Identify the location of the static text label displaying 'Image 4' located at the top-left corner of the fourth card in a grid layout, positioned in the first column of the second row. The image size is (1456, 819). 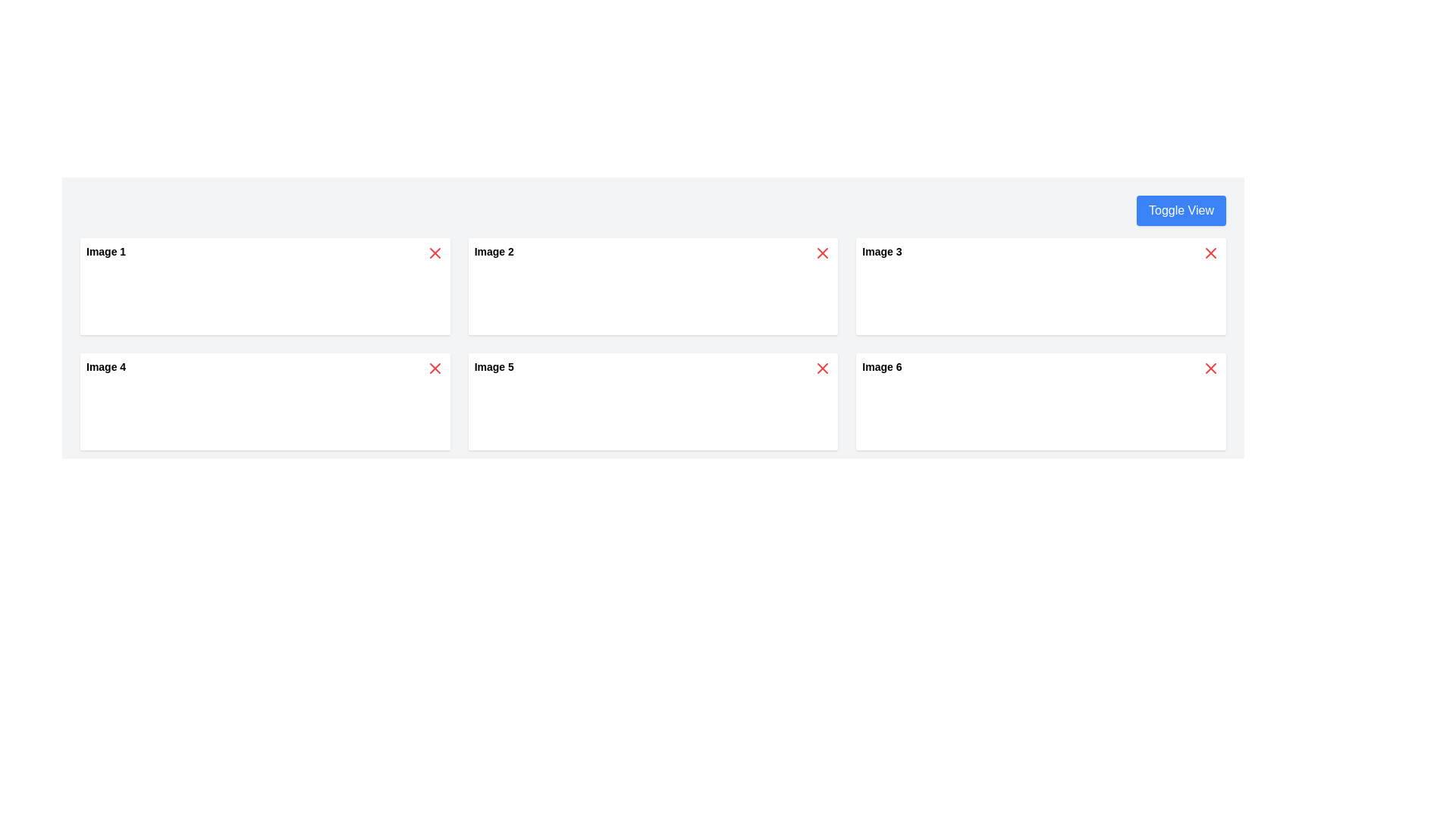
(105, 366).